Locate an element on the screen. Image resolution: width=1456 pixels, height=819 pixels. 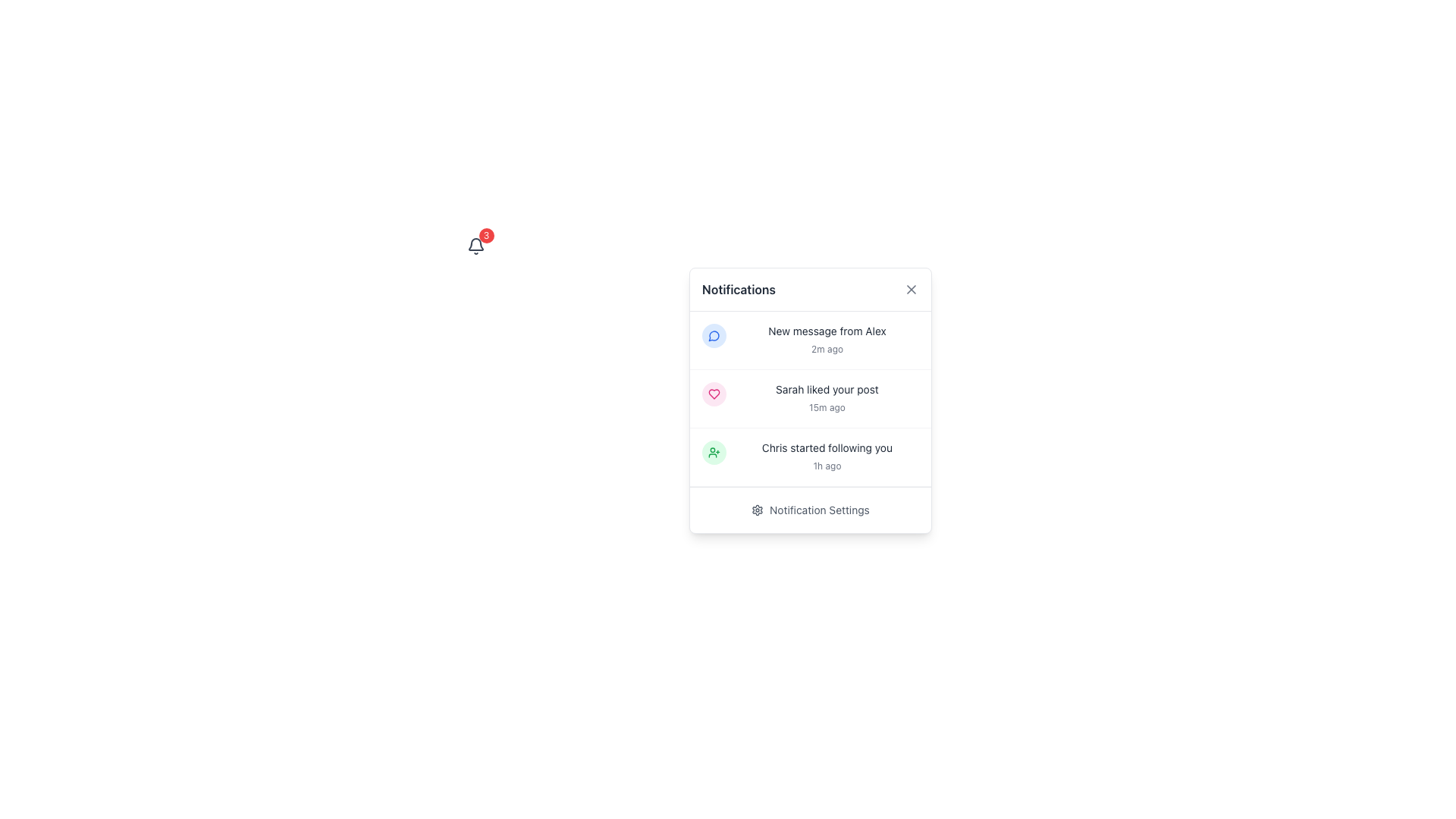
notification text 'Chris started following you' with the timestamp '1h ago' from the third item in the vertical list of notifications is located at coordinates (826, 456).